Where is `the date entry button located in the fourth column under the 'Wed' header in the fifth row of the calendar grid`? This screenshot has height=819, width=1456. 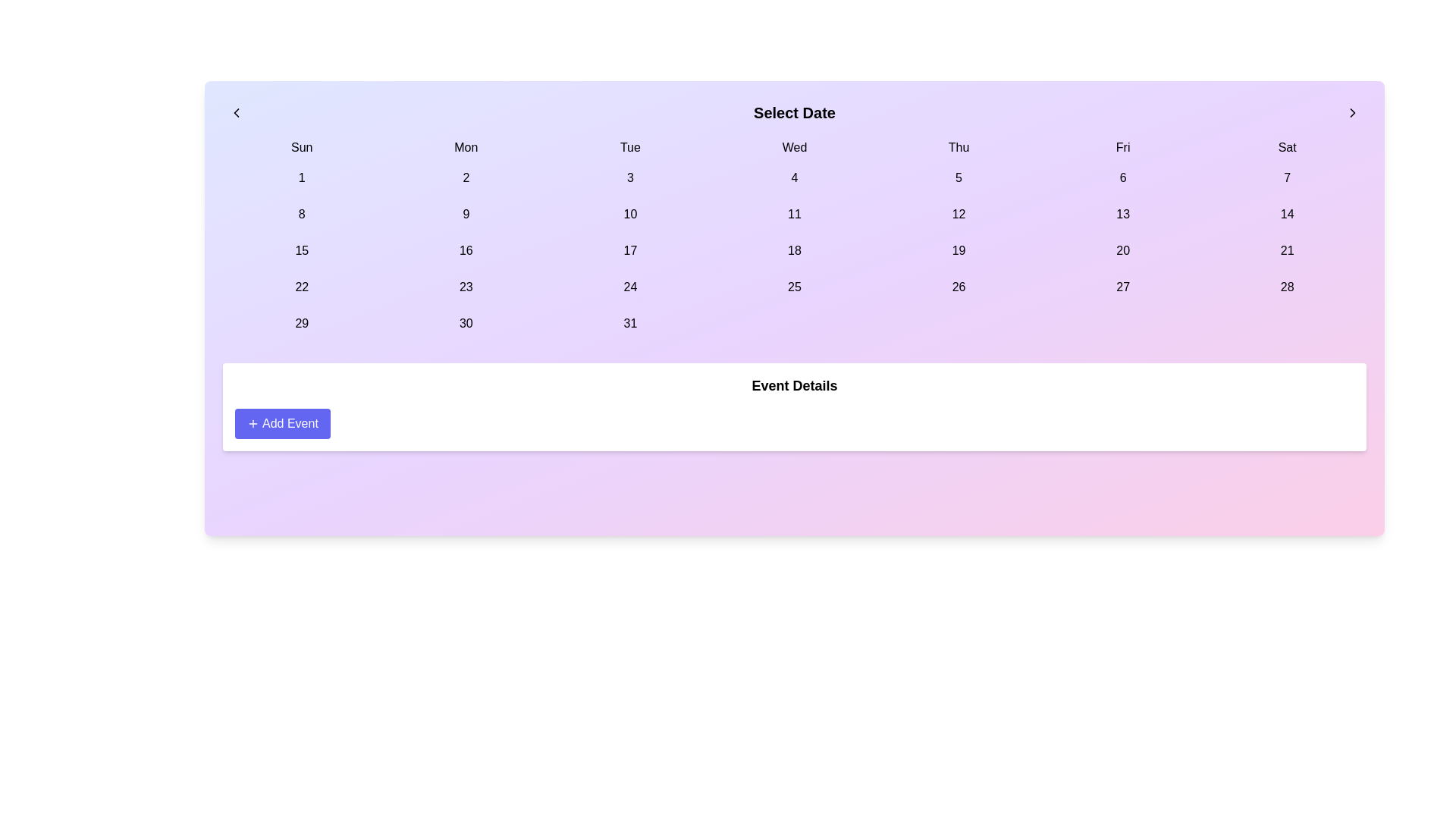 the date entry button located in the fourth column under the 'Wed' header in the fifth row of the calendar grid is located at coordinates (793, 287).